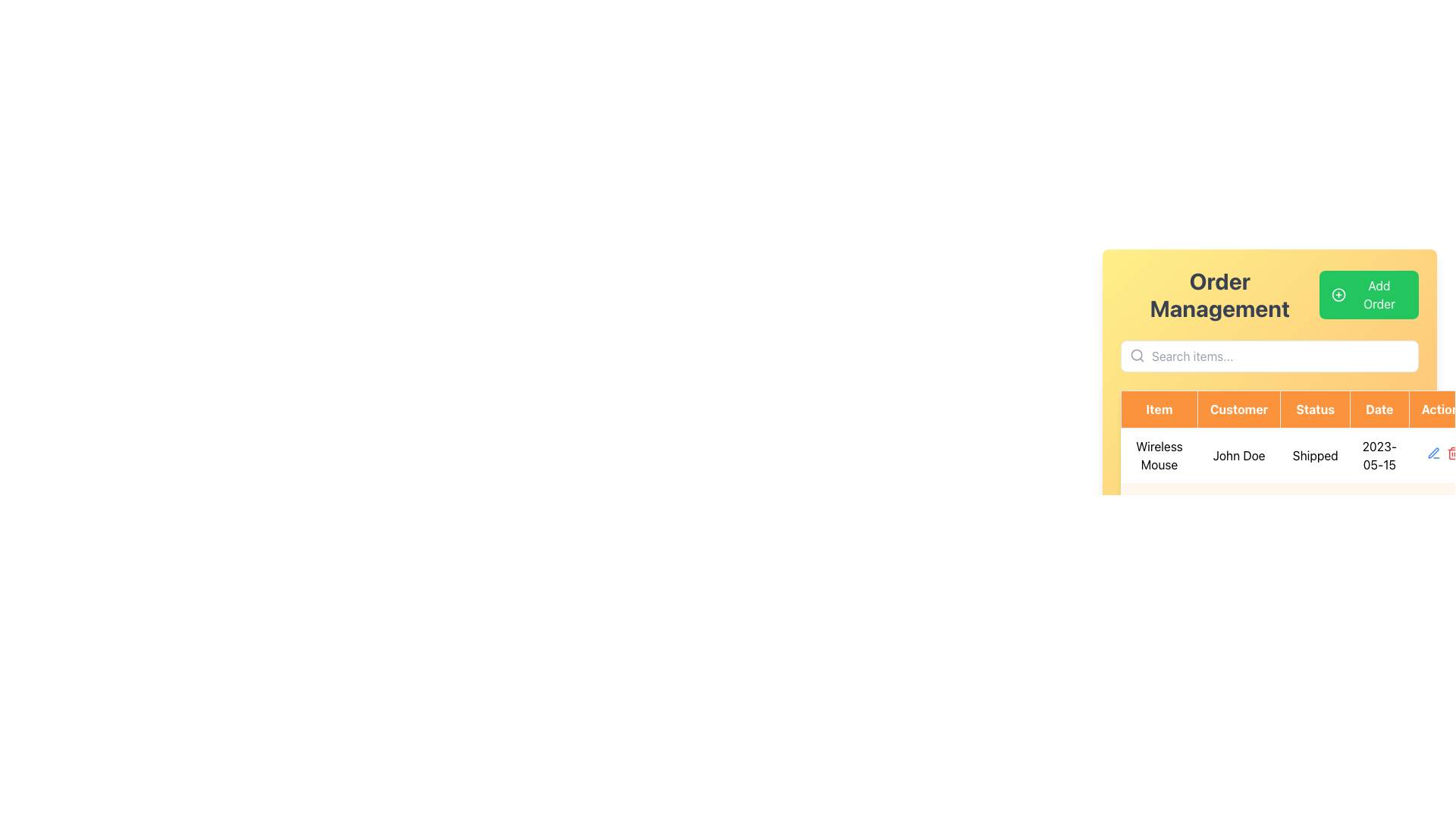 The image size is (1456, 819). What do you see at coordinates (1158, 454) in the screenshot?
I see `the non-interactive Text label that displays the item name in the order information row of the table` at bounding box center [1158, 454].